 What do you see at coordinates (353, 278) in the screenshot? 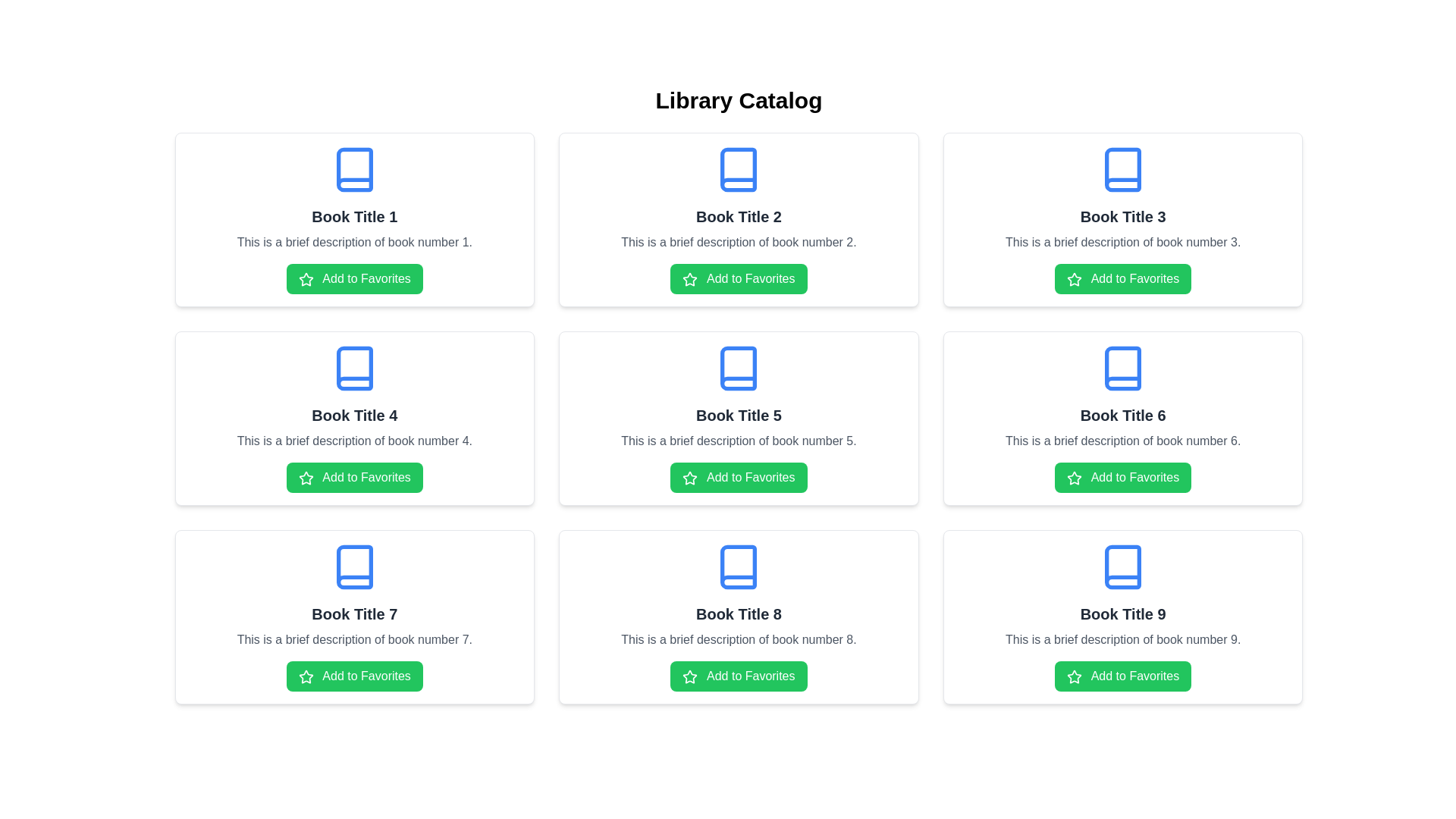
I see `the 'Add to Favorites' button located below the description of 'Book Title 1'` at bounding box center [353, 278].